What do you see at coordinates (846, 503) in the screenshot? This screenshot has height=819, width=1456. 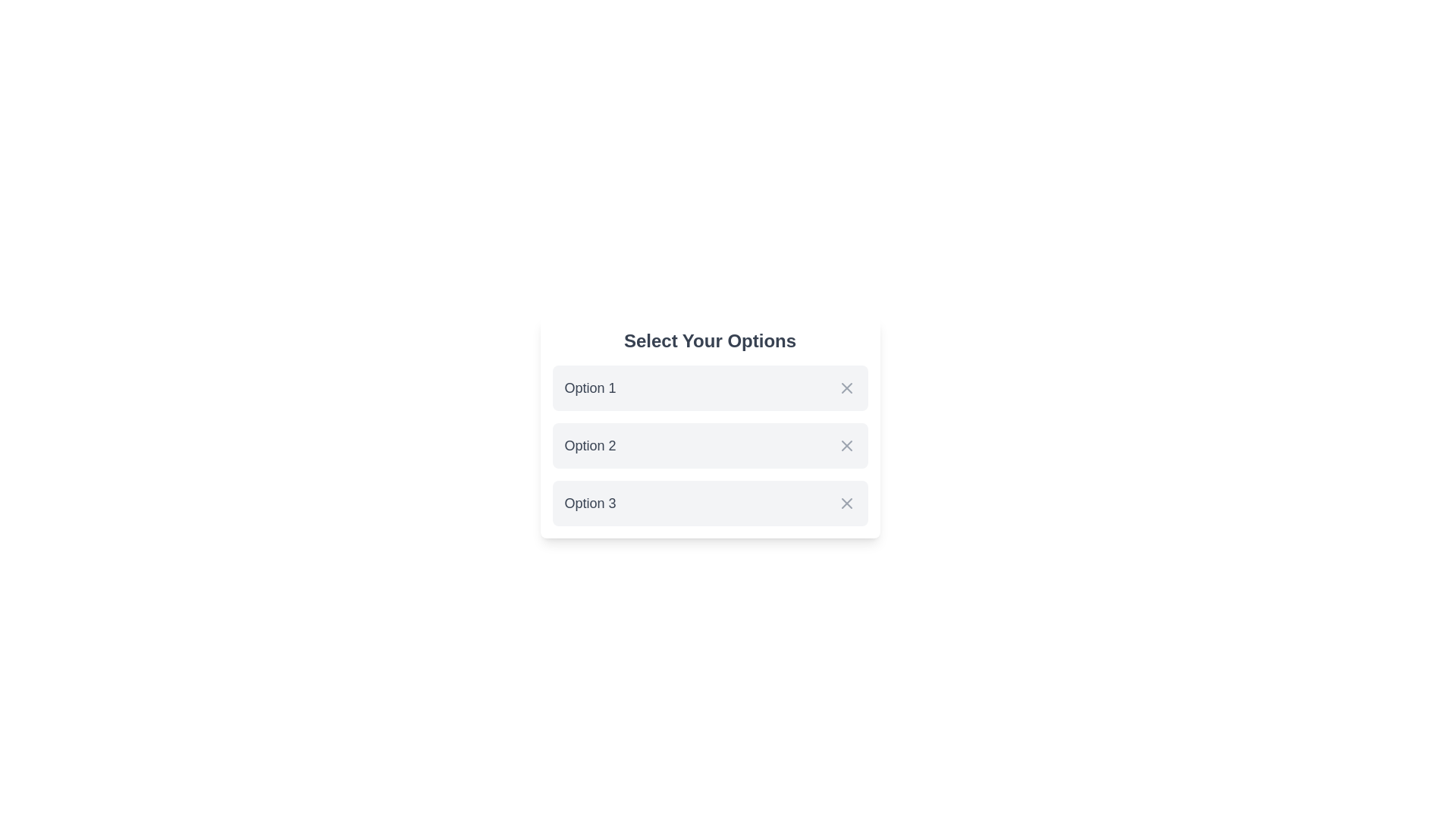 I see `the close icon of the third option in the 'Select Your Options' list` at bounding box center [846, 503].